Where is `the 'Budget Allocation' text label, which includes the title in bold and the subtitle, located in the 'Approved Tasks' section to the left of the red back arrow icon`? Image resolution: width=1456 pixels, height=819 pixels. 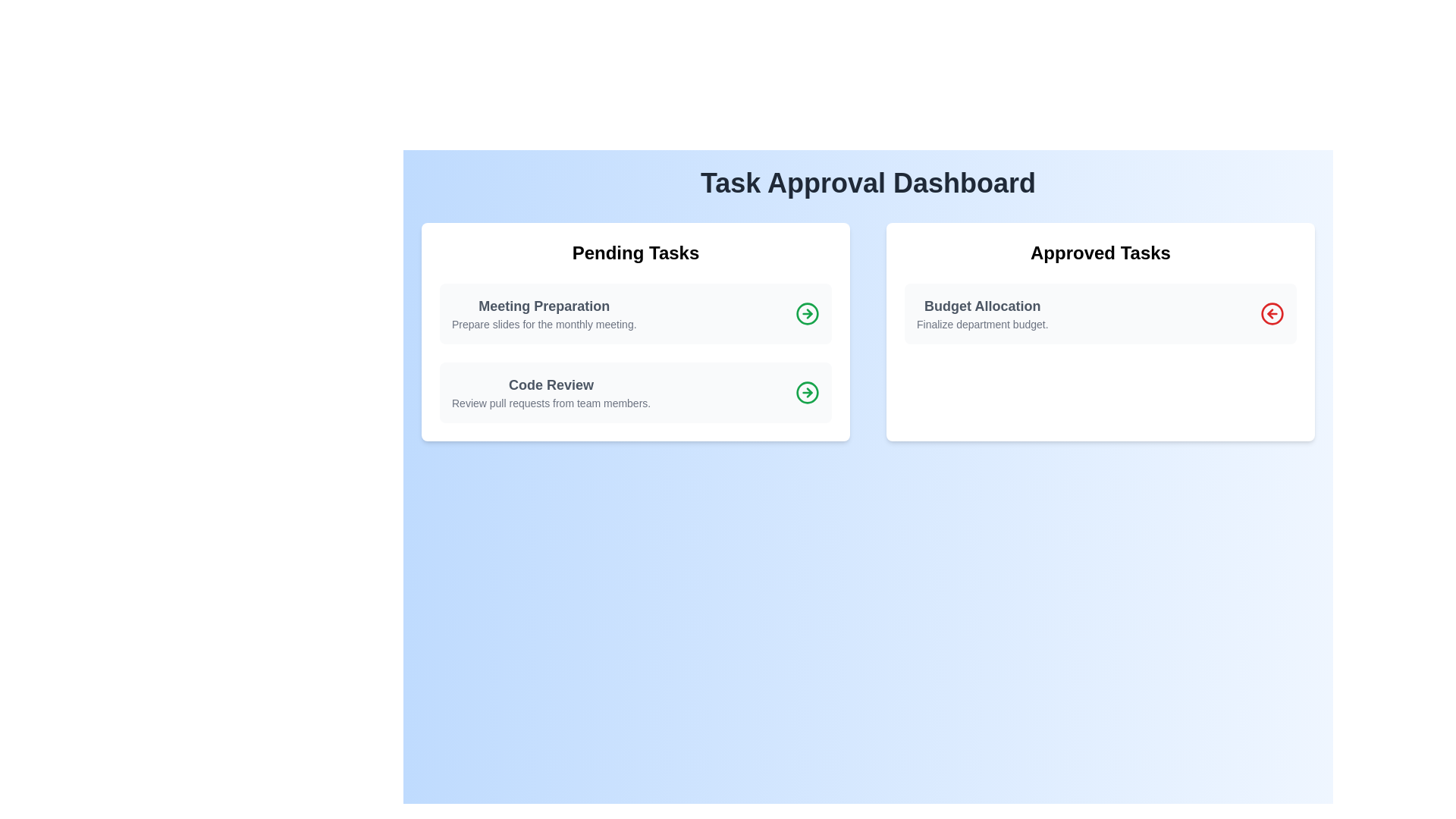
the 'Budget Allocation' text label, which includes the title in bold and the subtitle, located in the 'Approved Tasks' section to the left of the red back arrow icon is located at coordinates (982, 312).